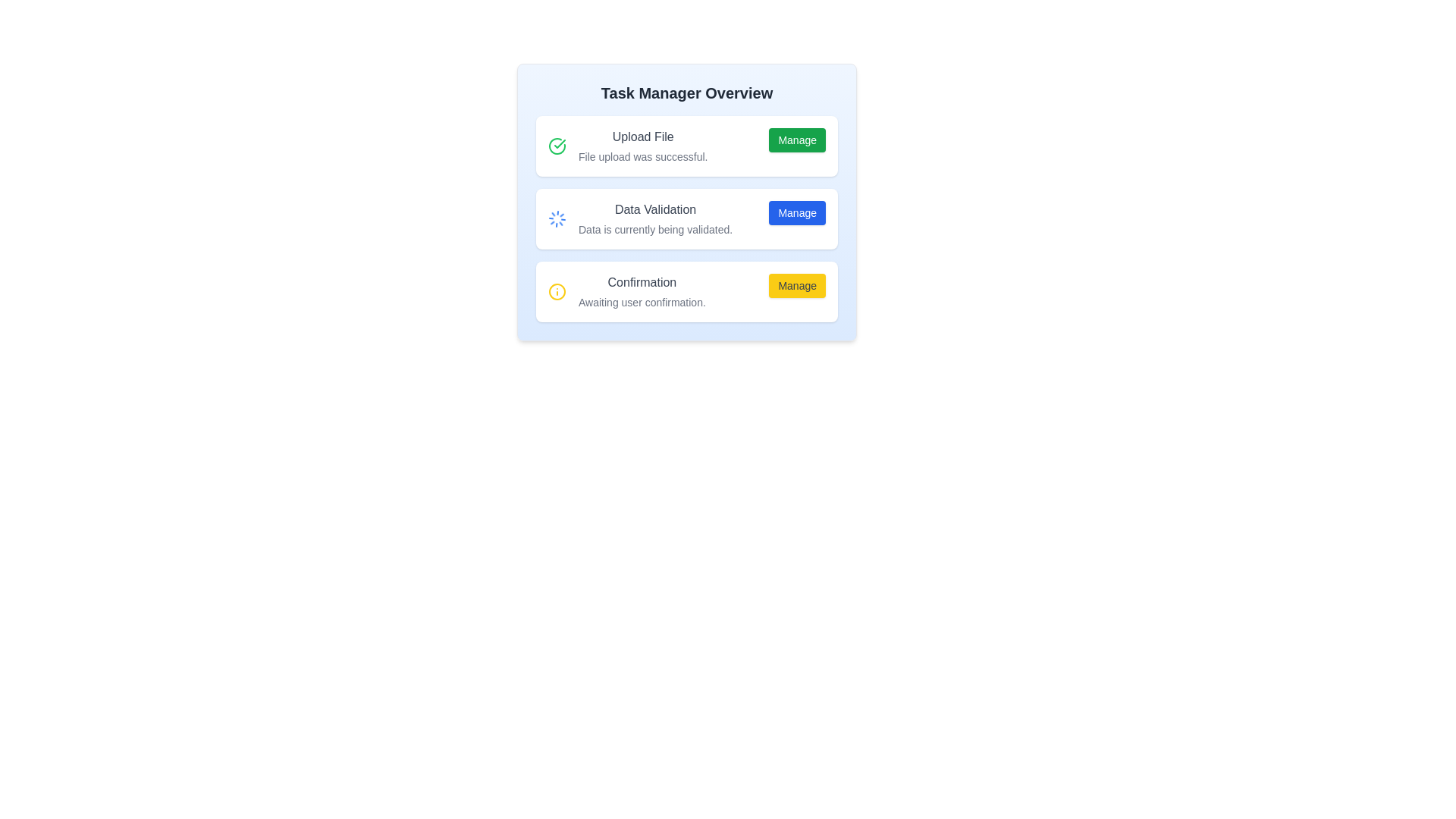 This screenshot has height=819, width=1456. I want to click on the informational or warning icon located to the left of the text 'Confirmation' in the third row of the task list, so click(556, 292).